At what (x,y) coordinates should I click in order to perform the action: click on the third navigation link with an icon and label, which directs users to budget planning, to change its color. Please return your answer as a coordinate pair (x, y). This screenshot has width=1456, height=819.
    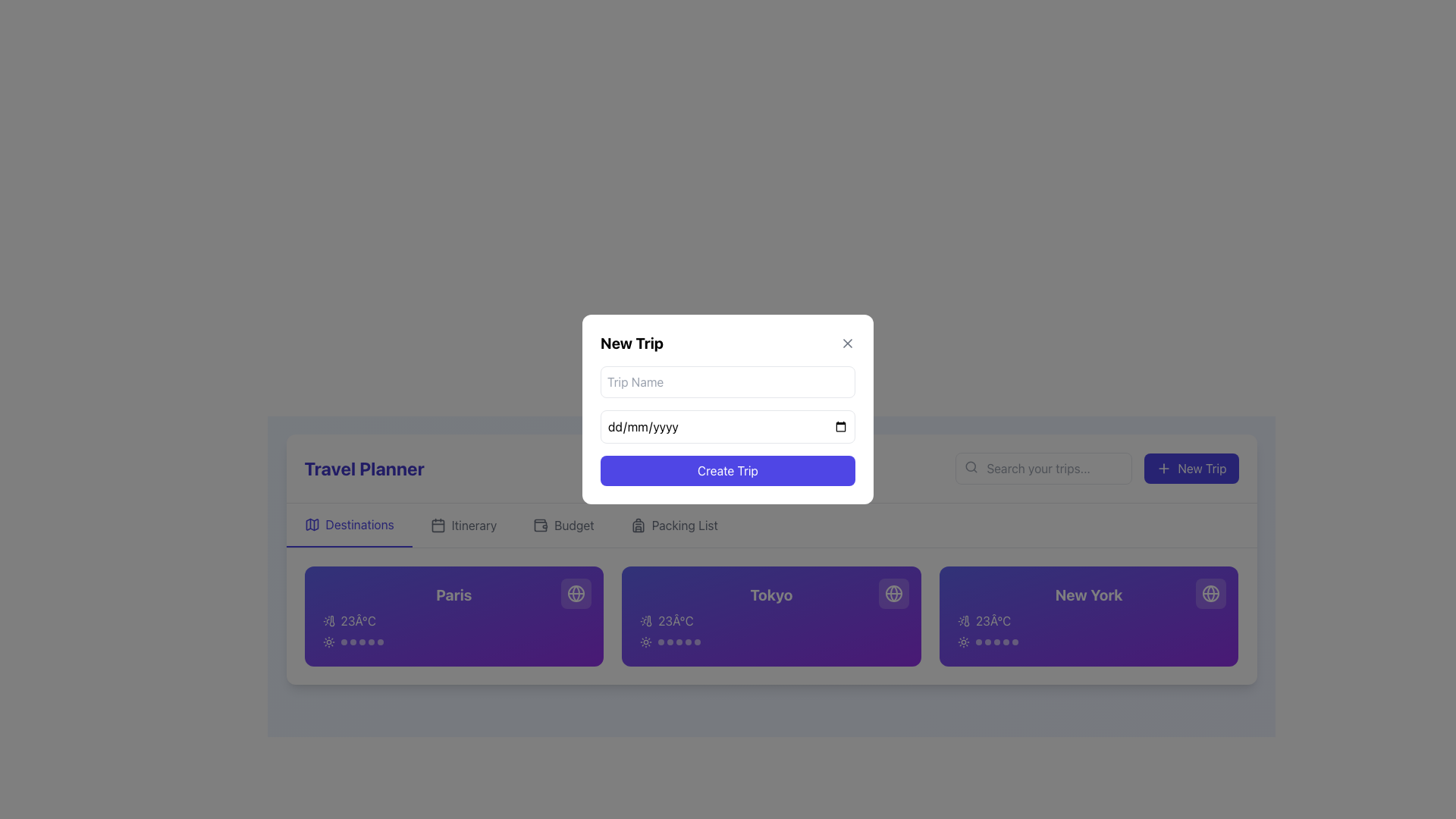
    Looking at the image, I should click on (563, 525).